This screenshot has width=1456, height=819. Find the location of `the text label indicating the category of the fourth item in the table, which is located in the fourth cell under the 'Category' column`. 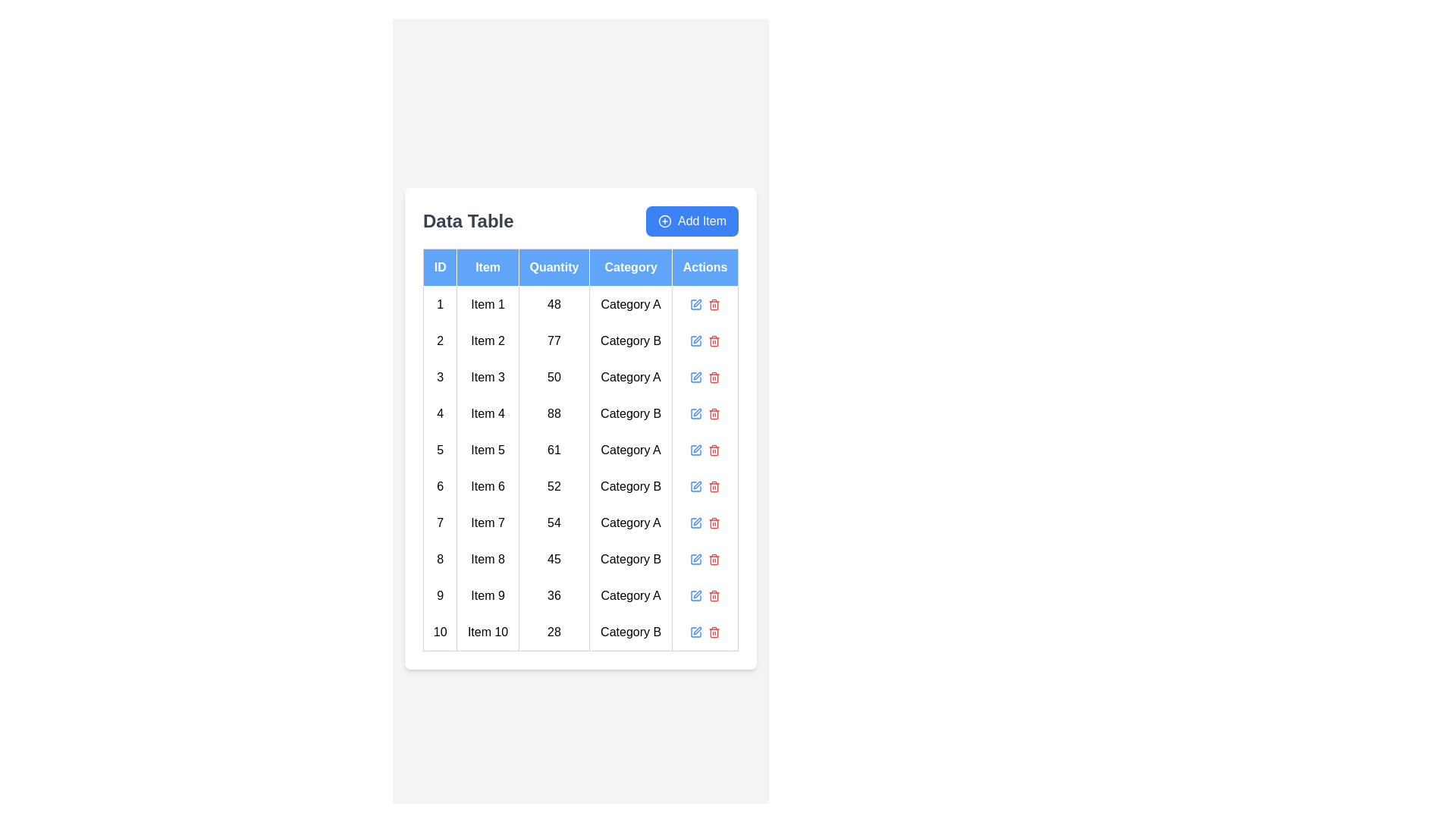

the text label indicating the category of the fourth item in the table, which is located in the fourth cell under the 'Category' column is located at coordinates (631, 413).